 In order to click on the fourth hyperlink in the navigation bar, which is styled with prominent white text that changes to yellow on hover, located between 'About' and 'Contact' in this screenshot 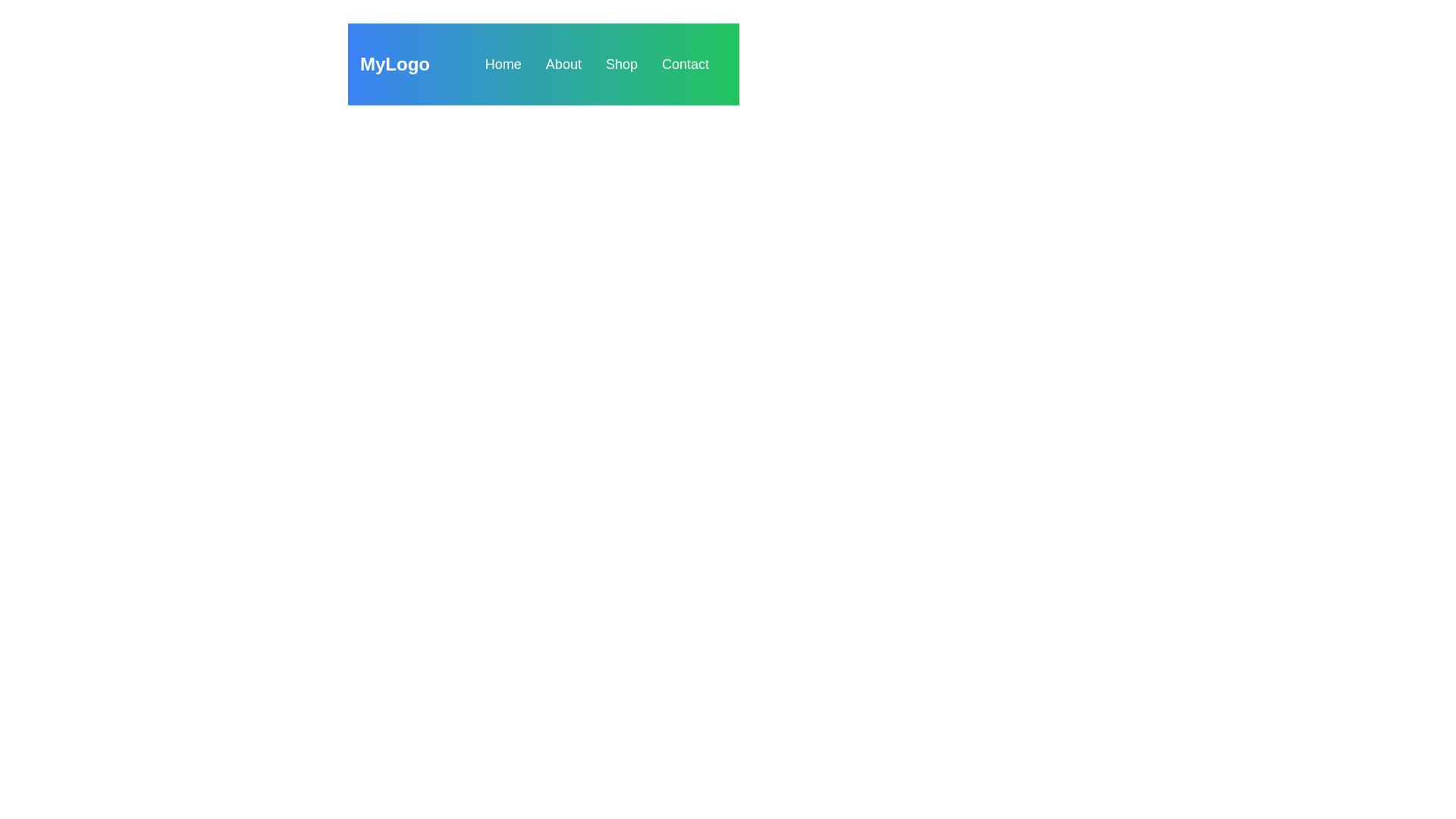, I will do `click(621, 63)`.